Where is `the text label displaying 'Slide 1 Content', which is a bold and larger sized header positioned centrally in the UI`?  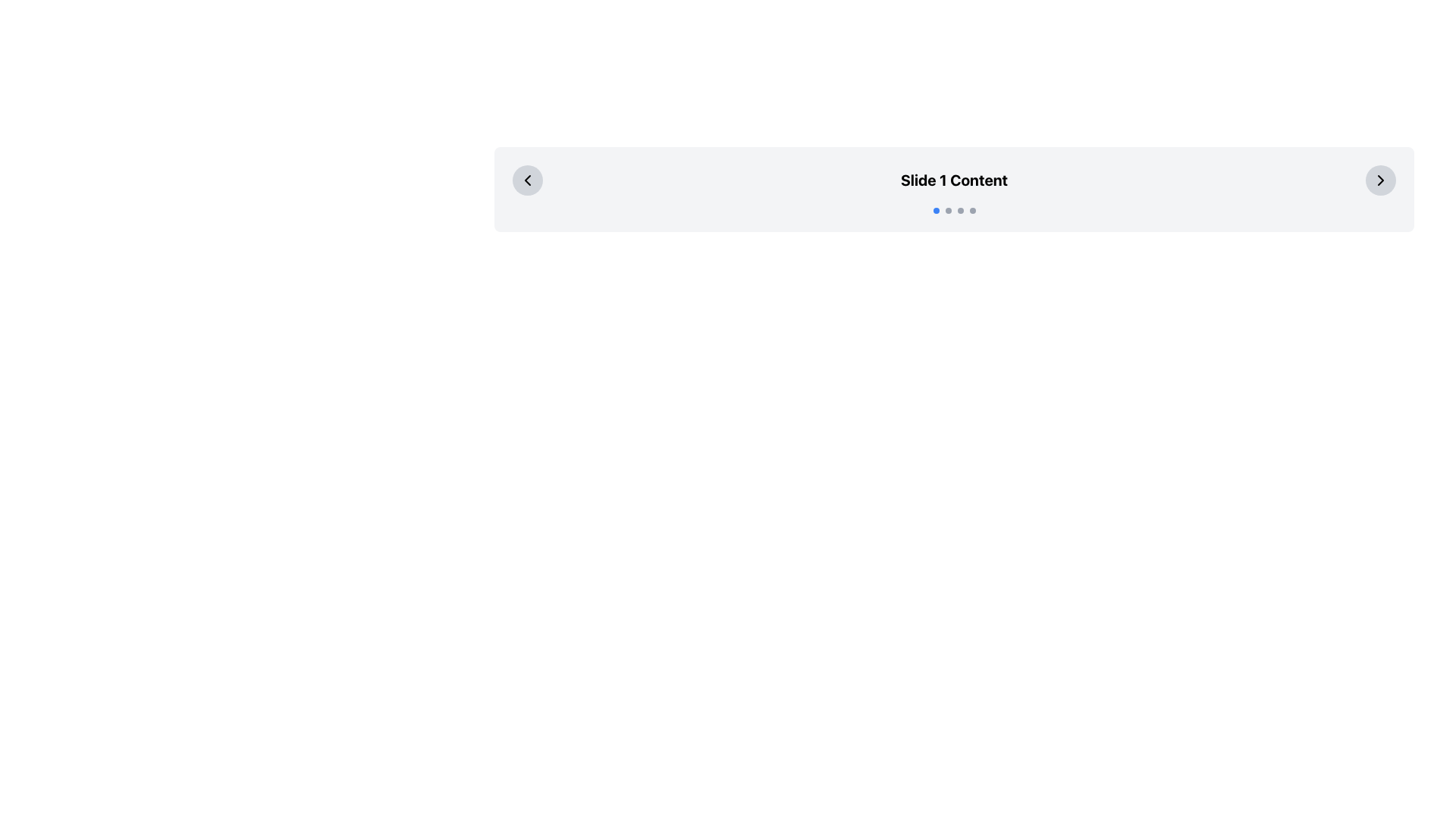
the text label displaying 'Slide 1 Content', which is a bold and larger sized header positioned centrally in the UI is located at coordinates (953, 180).